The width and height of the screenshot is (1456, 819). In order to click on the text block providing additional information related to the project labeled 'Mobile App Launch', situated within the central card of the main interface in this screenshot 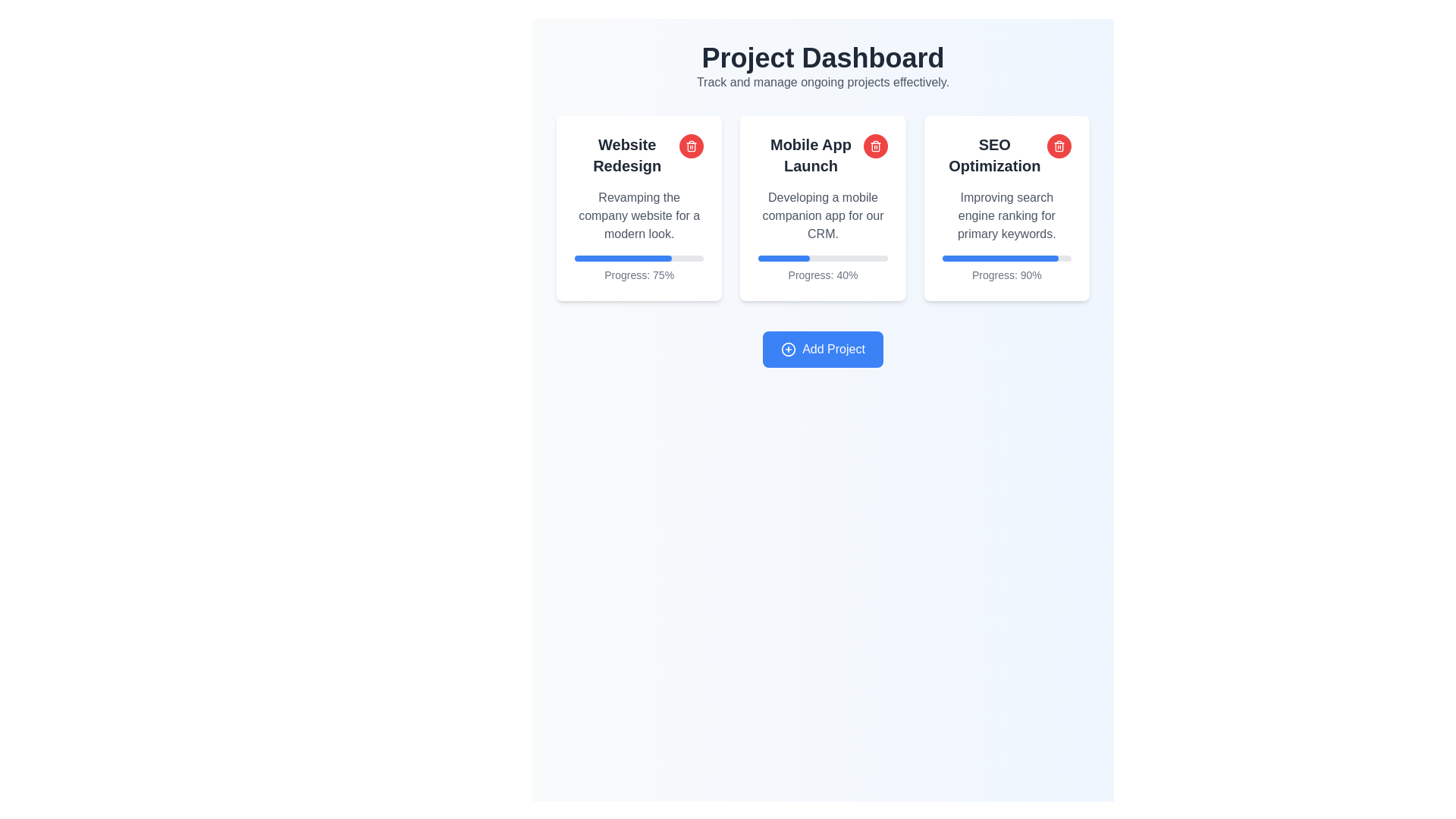, I will do `click(822, 216)`.